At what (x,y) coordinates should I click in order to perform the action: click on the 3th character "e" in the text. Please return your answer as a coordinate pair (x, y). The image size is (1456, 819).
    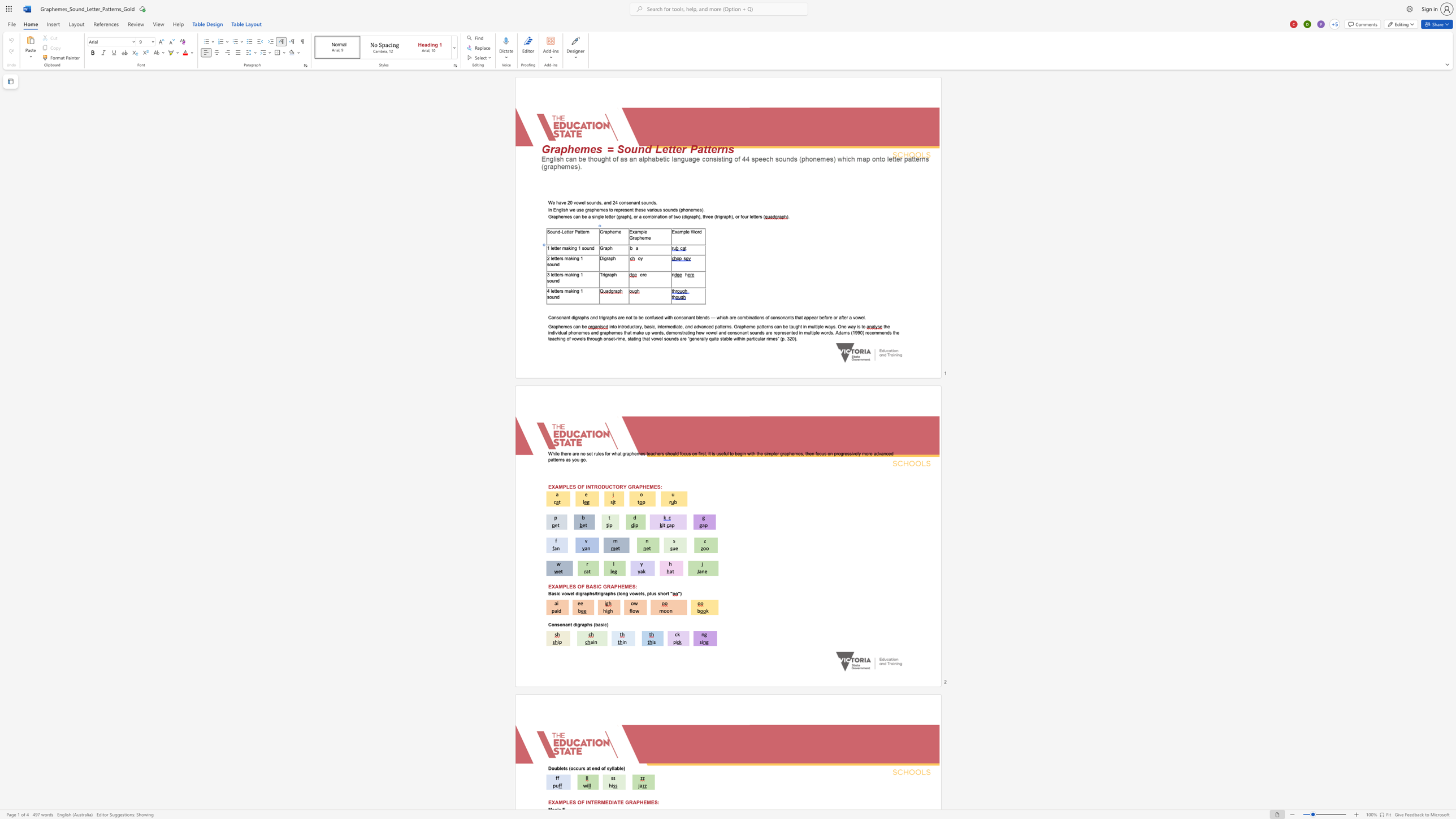
    Looking at the image, I should click on (649, 237).